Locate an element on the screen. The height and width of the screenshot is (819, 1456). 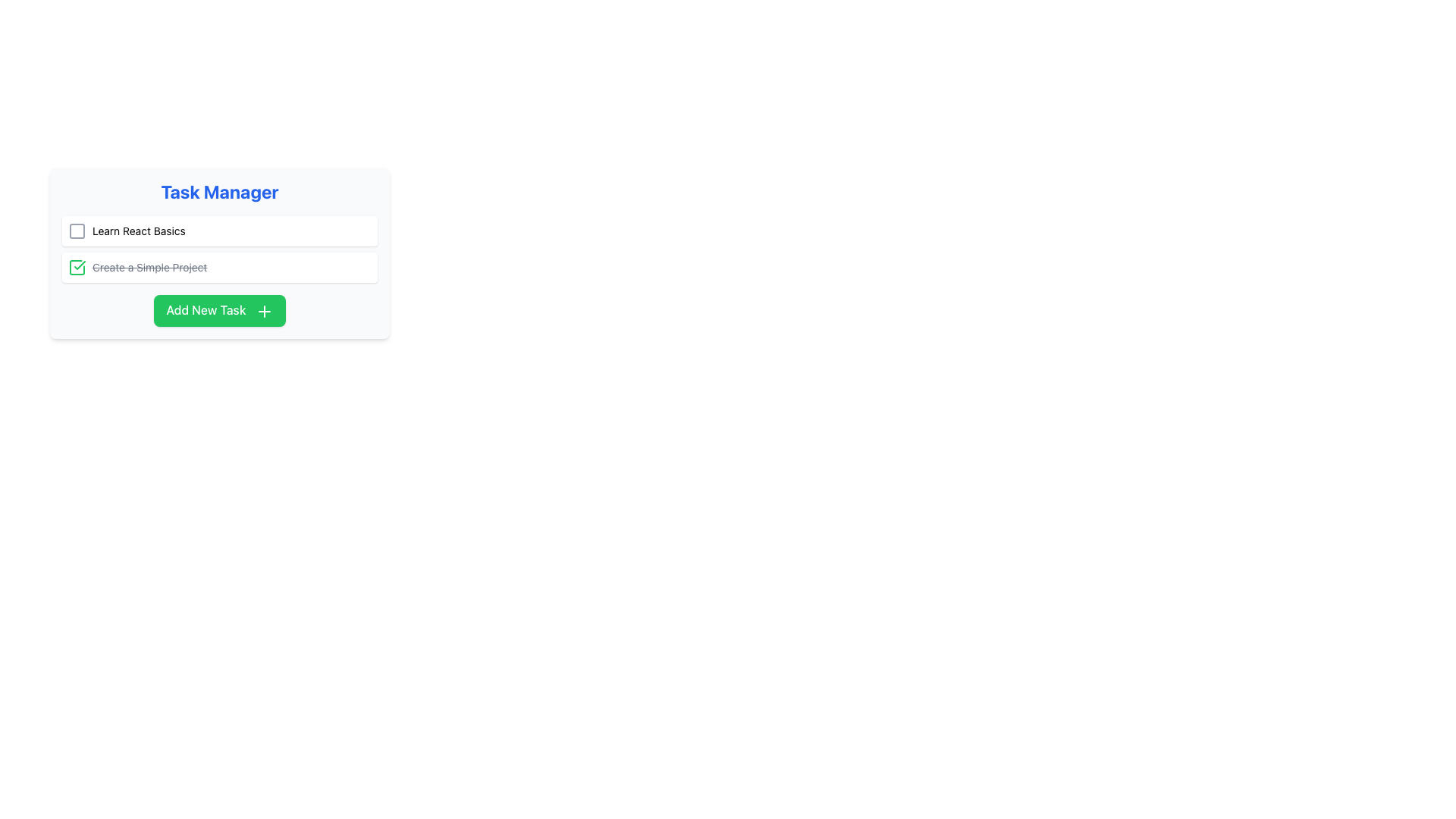
the 'Task Manager' text header, which is styled in bold and large blue font, located at the top of the task listing panel is located at coordinates (218, 191).